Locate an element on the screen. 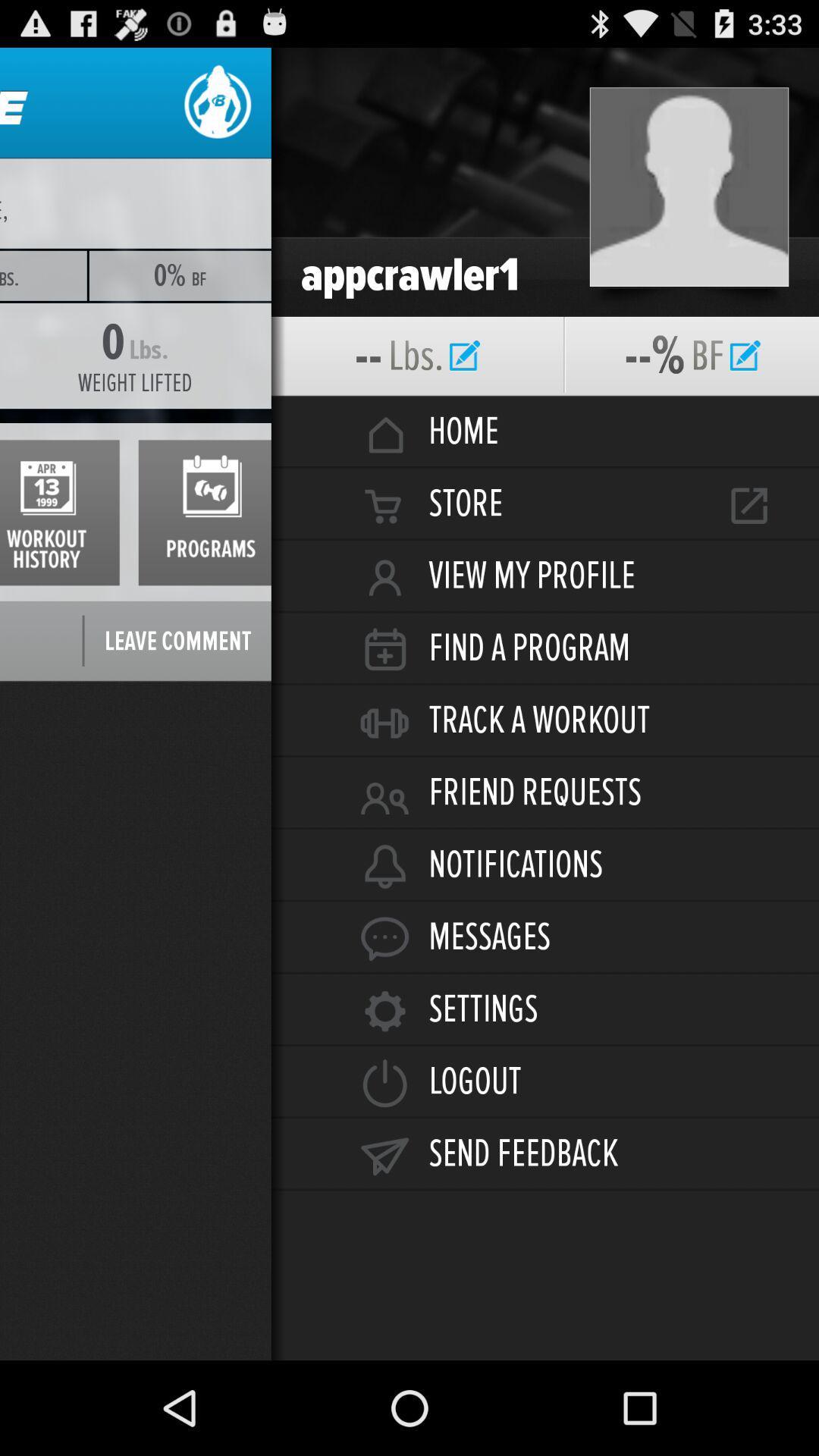 The image size is (819, 1456). the edit icon is located at coordinates (464, 381).